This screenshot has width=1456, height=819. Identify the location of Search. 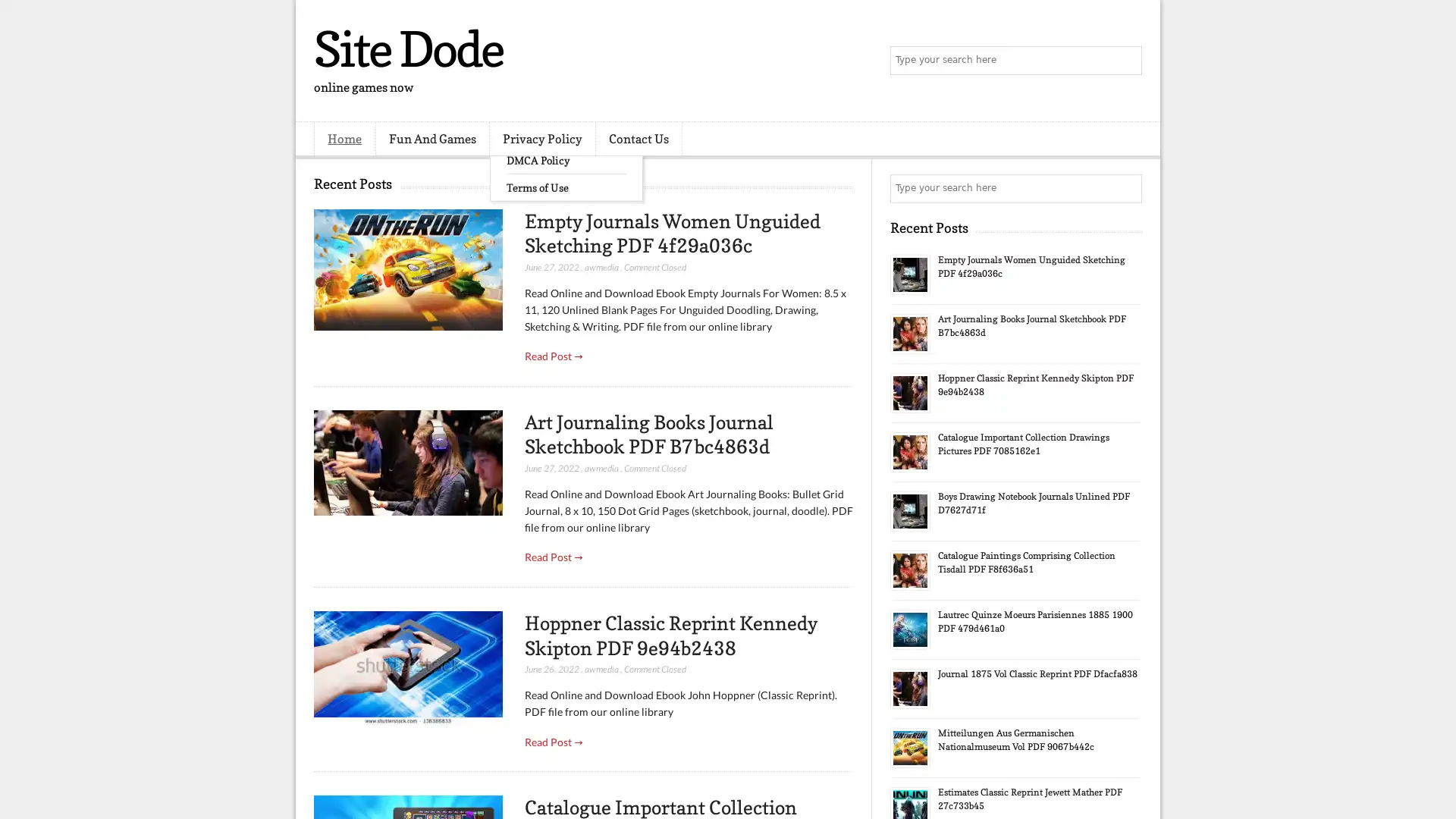
(1126, 188).